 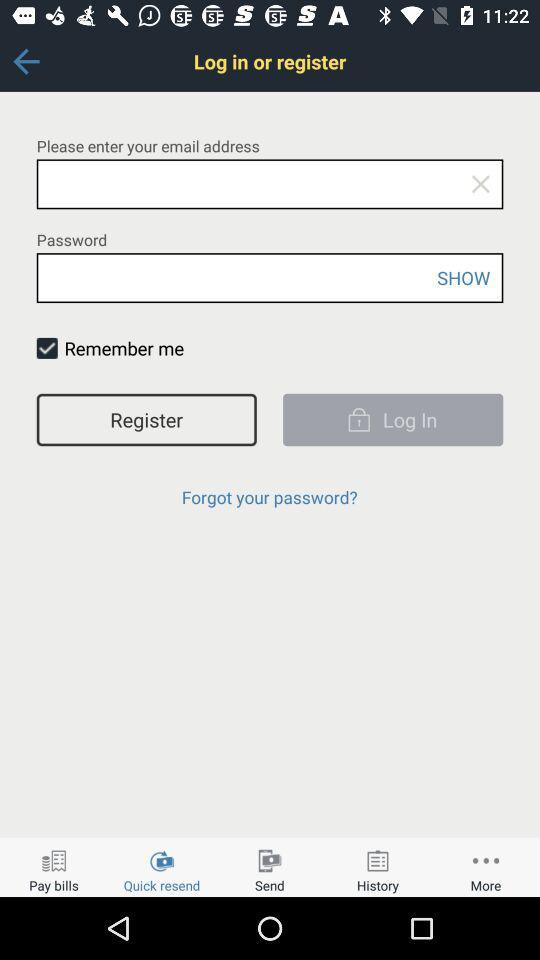 I want to click on item below the please enter your, so click(x=479, y=184).